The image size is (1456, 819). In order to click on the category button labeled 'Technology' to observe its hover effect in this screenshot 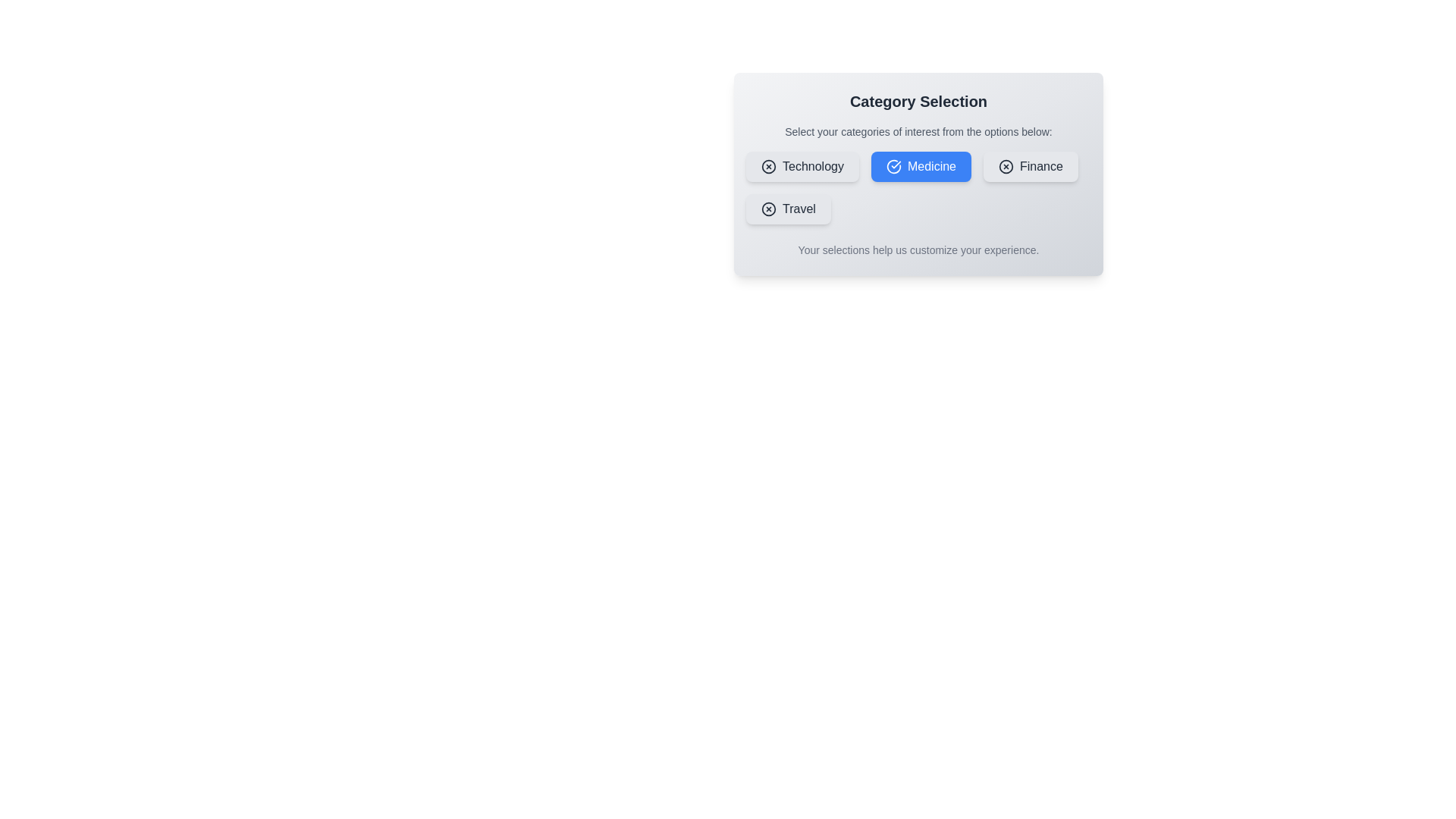, I will do `click(801, 166)`.